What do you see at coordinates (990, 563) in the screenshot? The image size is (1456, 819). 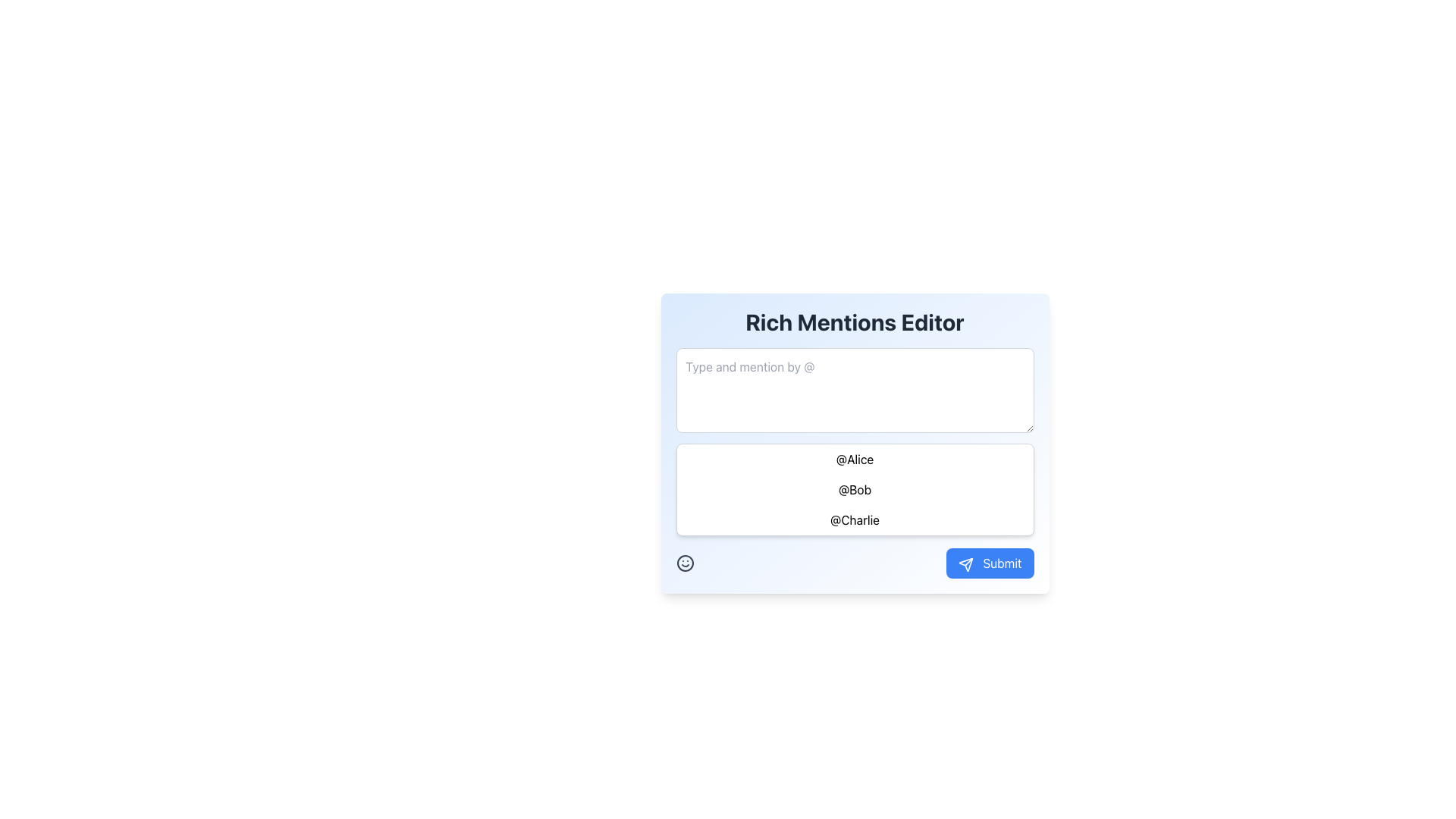 I see `the 'Submit' button with a blue background and a paper airplane icon to trigger a visual or tooltip effect` at bounding box center [990, 563].